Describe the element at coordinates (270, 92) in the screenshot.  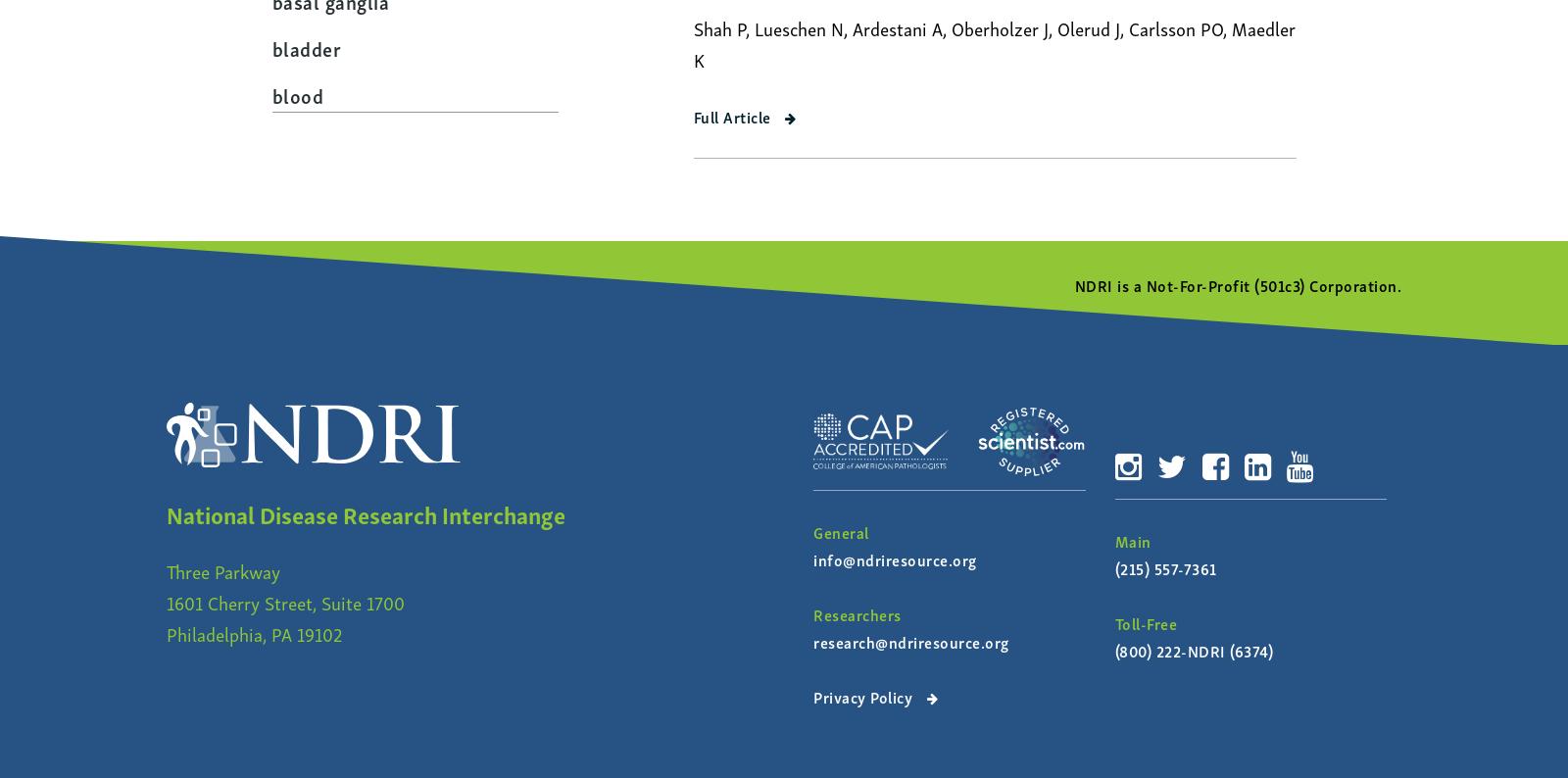
I see `'blood'` at that location.